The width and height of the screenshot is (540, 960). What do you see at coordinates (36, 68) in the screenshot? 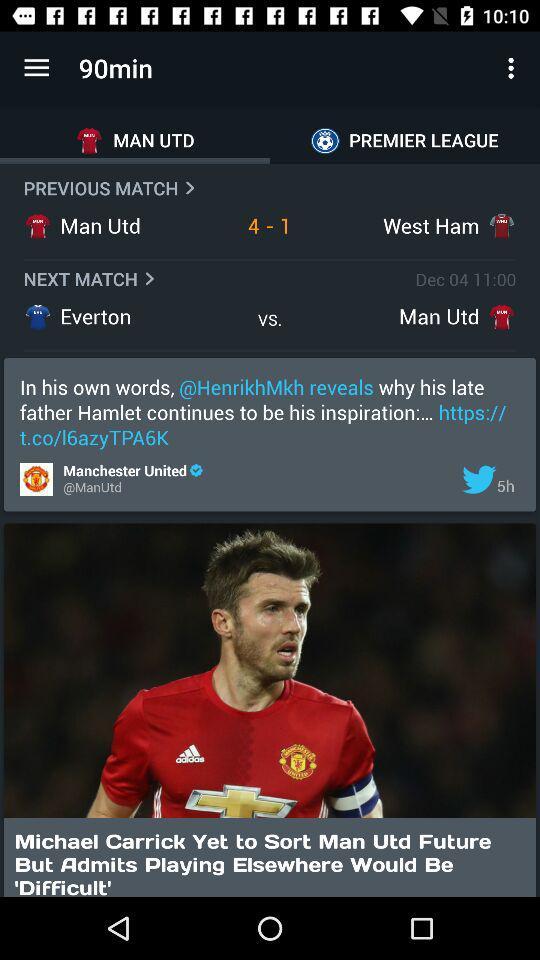
I see `app to the left of 90min icon` at bounding box center [36, 68].